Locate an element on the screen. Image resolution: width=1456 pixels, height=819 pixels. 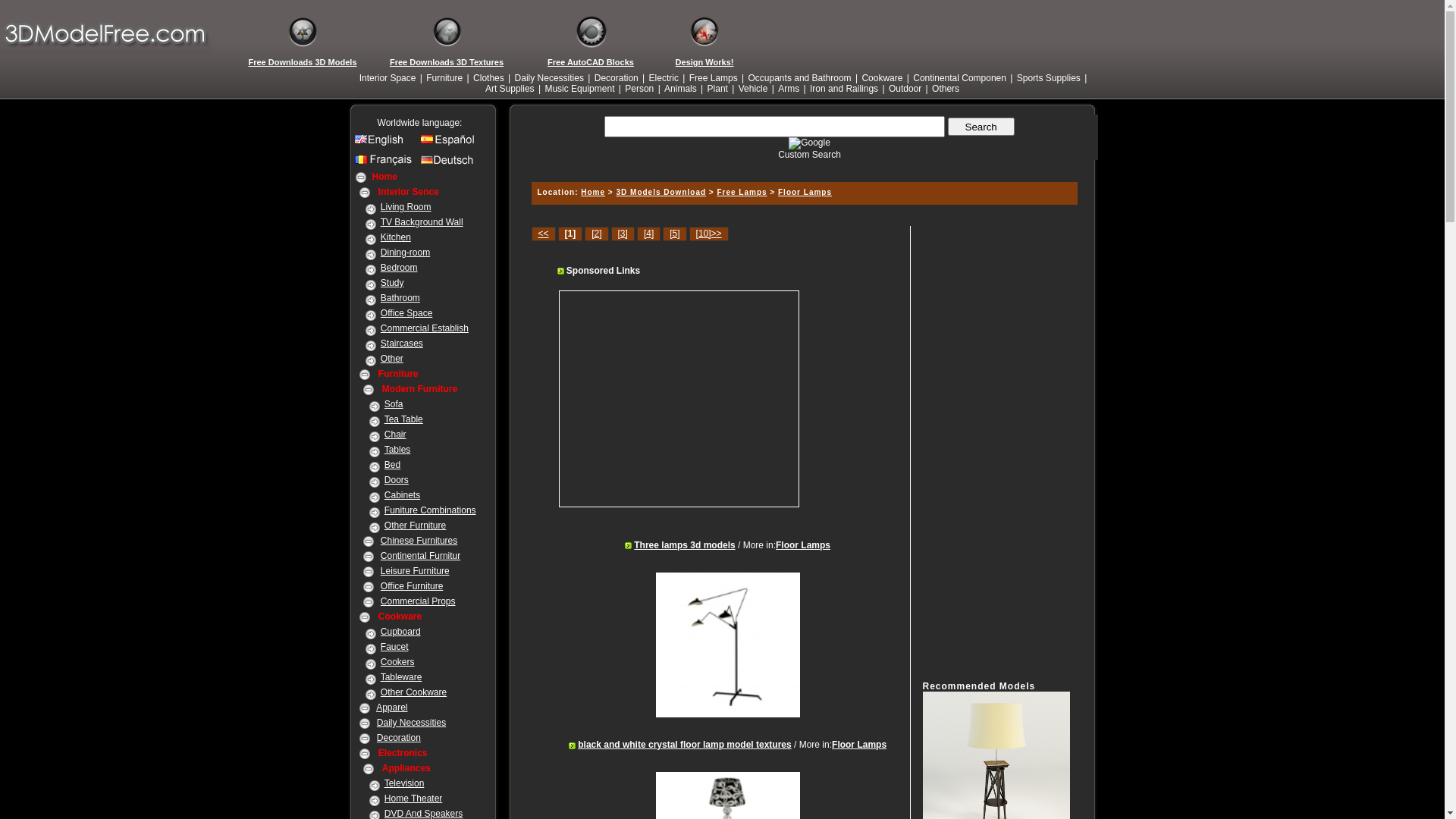
'Living Room' is located at coordinates (381, 207).